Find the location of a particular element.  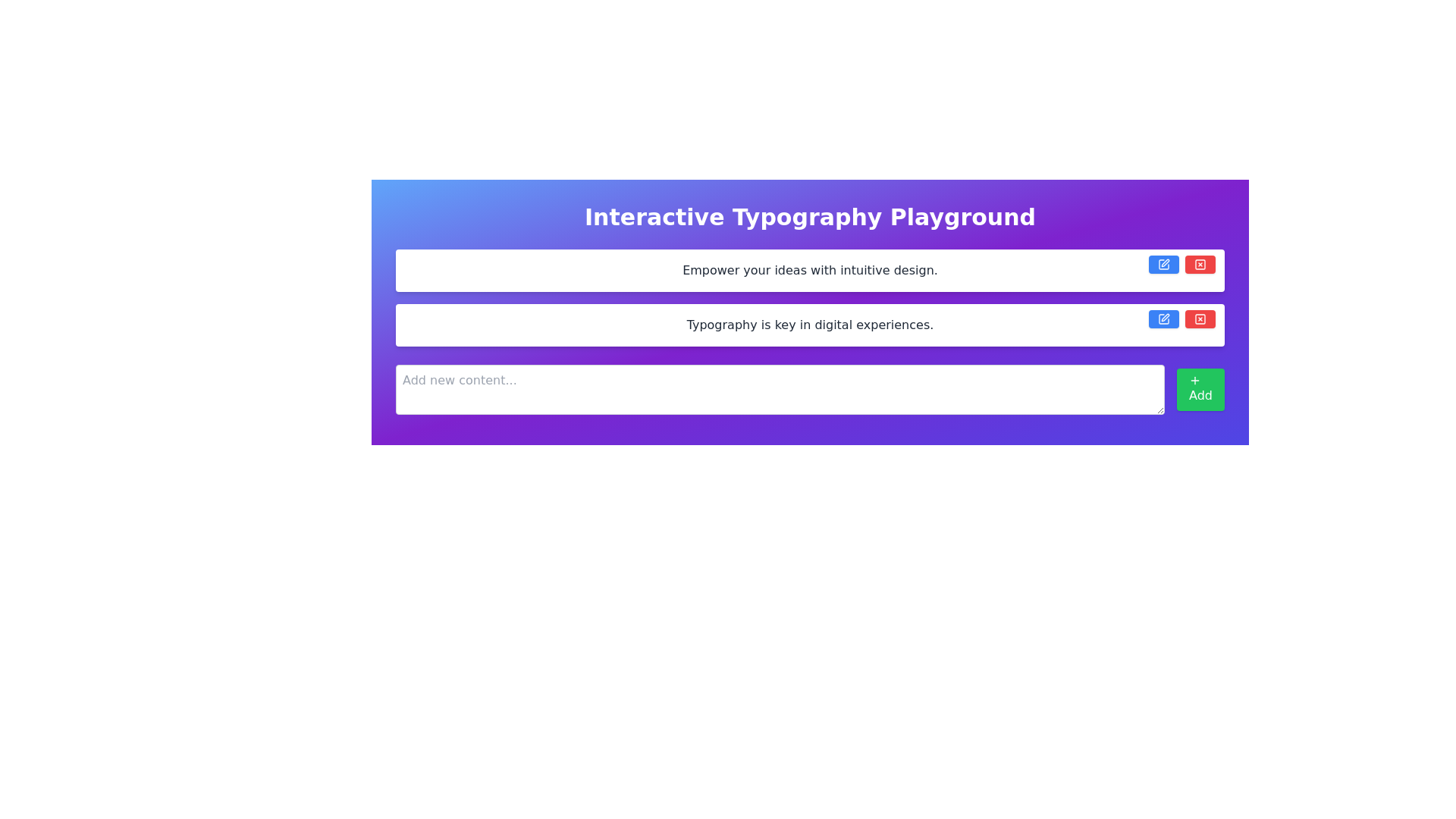

the edit icon, which resembles a pen, located within the blue button on the right end of the input field labeled 'Empower your ideas with intuitive design.' is located at coordinates (1163, 263).